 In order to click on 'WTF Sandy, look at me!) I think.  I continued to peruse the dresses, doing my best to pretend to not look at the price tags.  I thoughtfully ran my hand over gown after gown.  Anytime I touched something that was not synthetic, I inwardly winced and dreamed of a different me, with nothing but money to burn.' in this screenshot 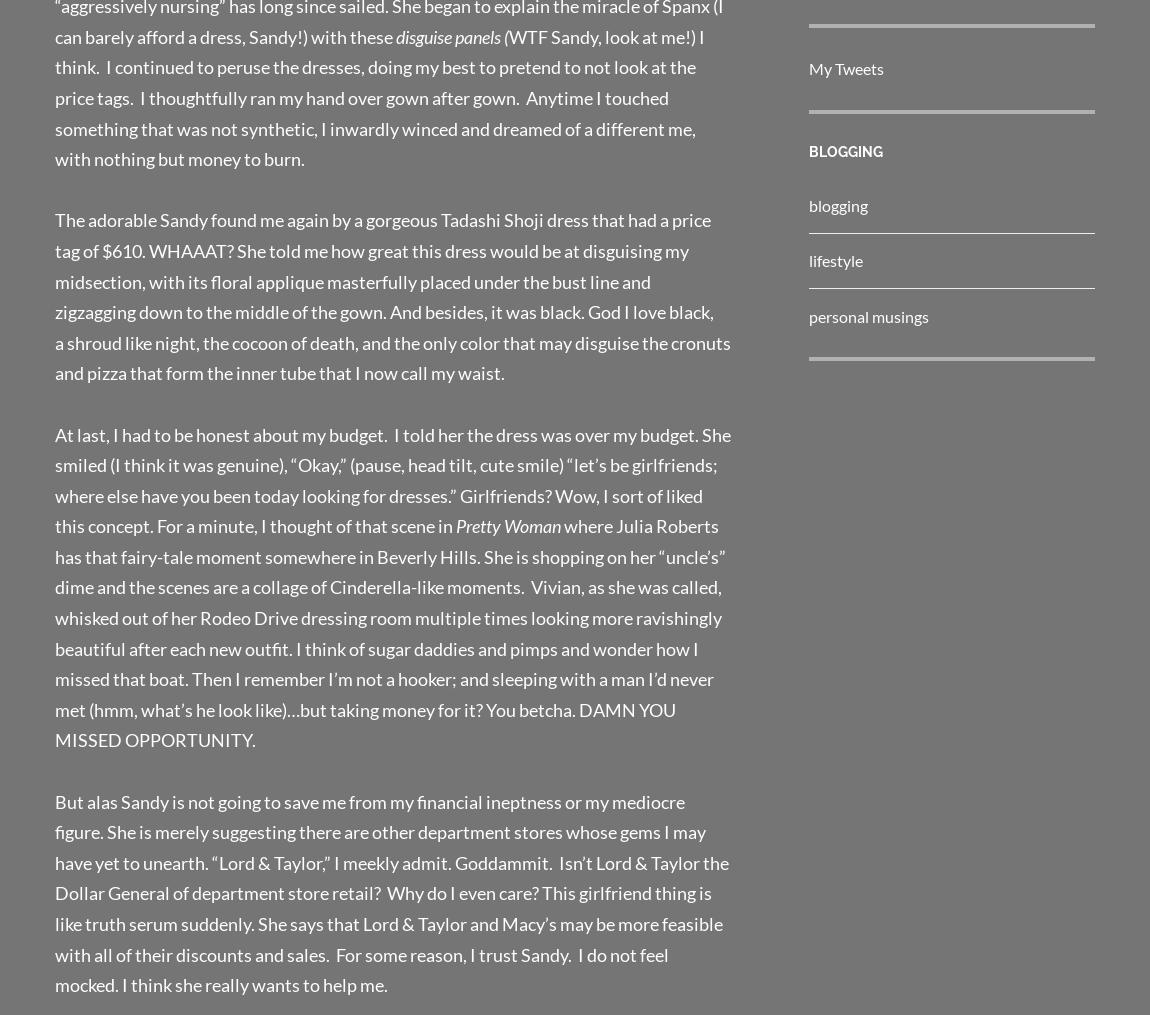, I will do `click(379, 97)`.